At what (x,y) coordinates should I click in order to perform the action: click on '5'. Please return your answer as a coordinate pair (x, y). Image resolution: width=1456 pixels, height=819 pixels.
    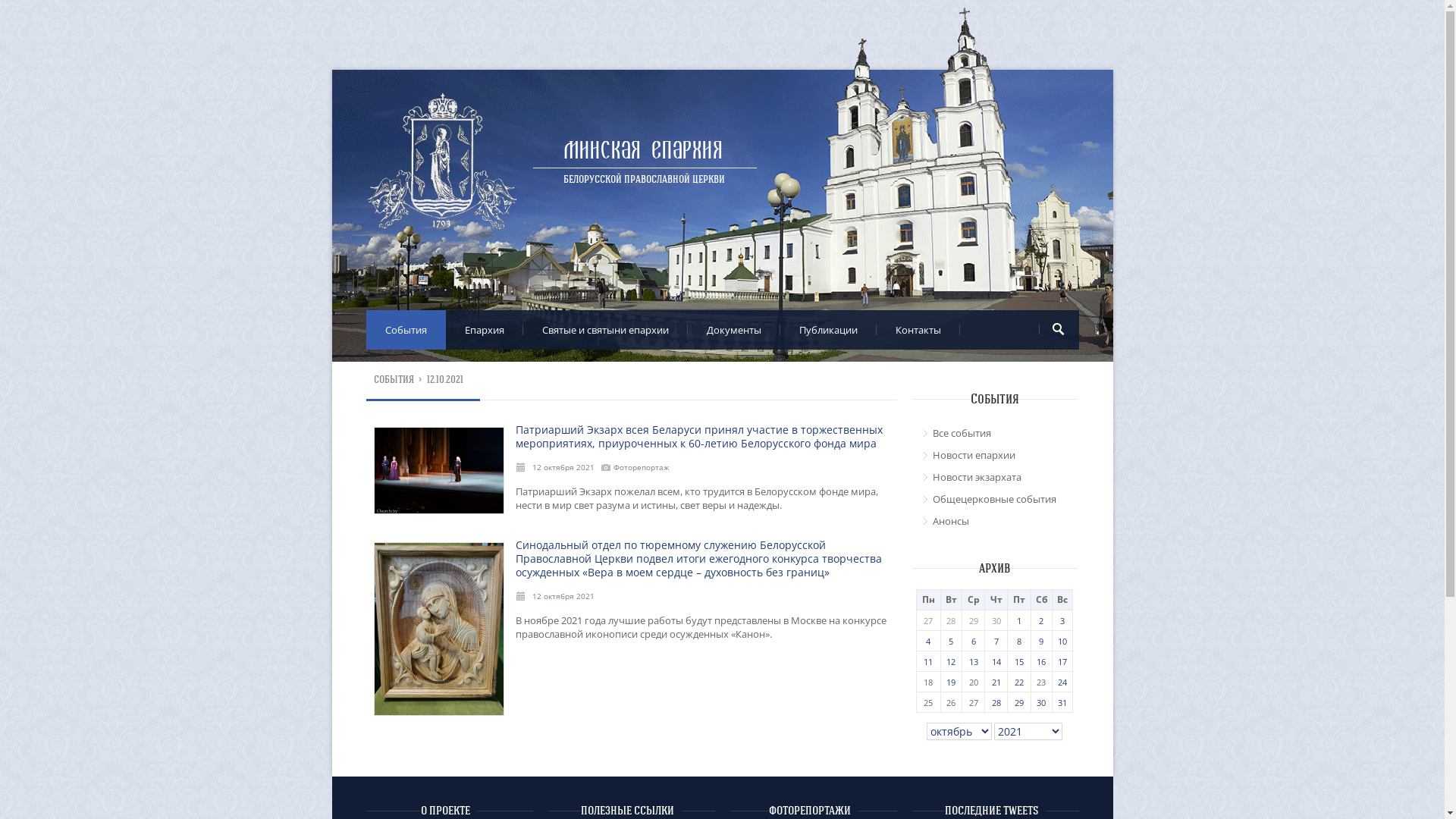
    Looking at the image, I should click on (949, 641).